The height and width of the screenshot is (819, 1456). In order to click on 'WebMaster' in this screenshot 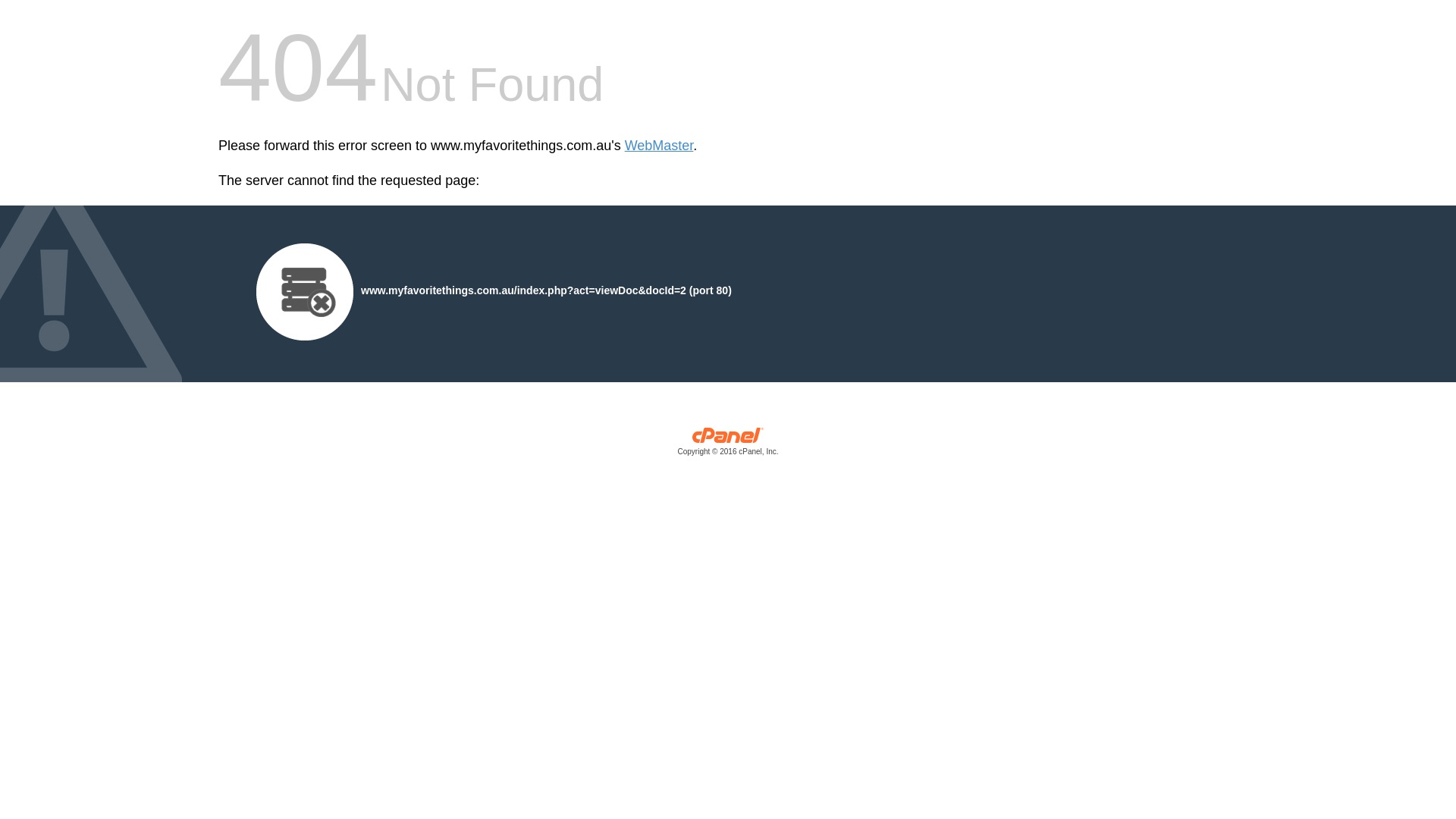, I will do `click(659, 146)`.